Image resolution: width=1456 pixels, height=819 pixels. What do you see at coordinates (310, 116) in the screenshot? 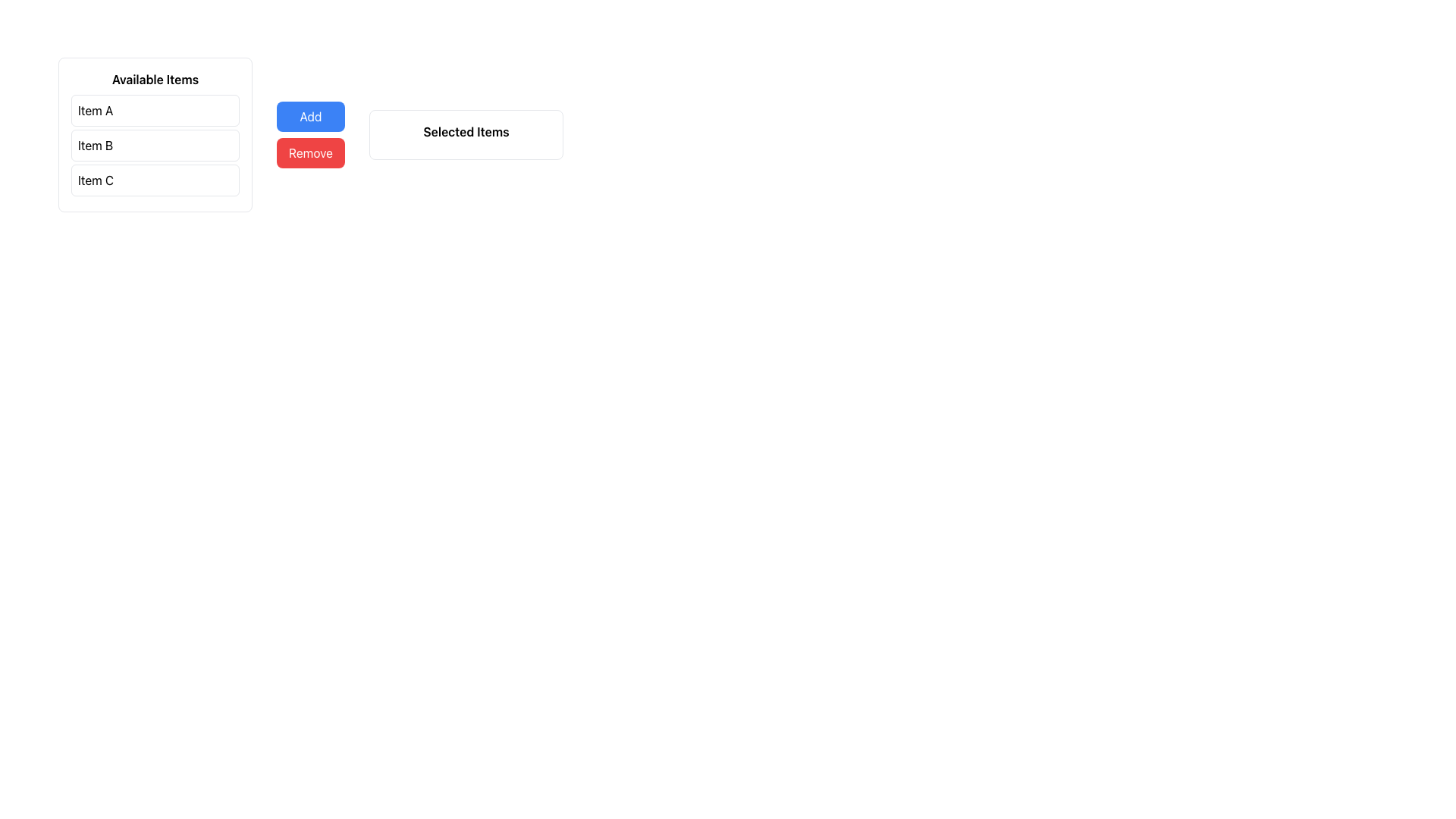
I see `the 'Add' button located vertically above the 'Remove' button, which is to the right of the 'Available Items' list` at bounding box center [310, 116].